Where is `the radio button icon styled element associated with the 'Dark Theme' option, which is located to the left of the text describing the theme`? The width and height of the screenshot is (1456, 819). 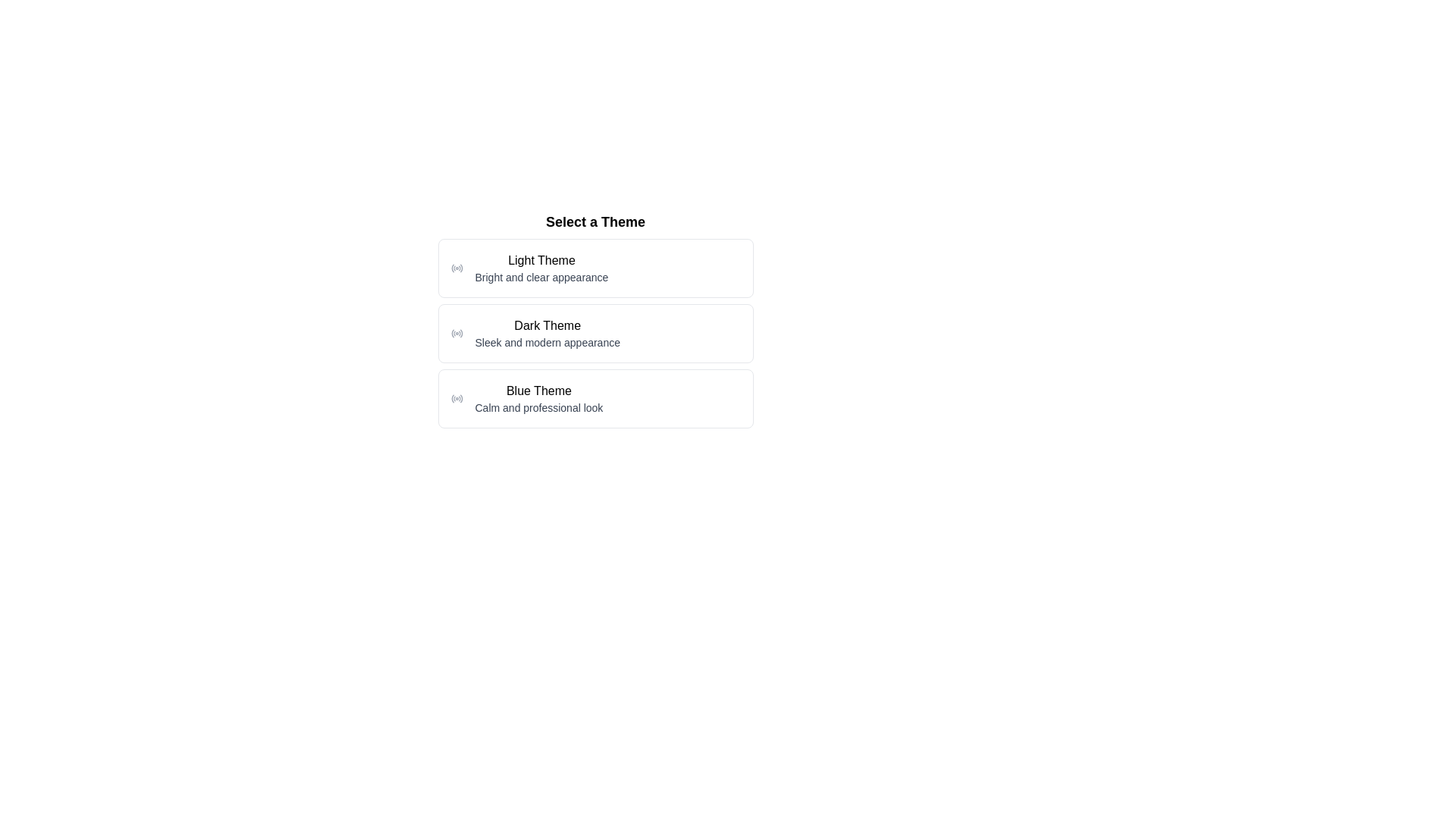
the radio button icon styled element associated with the 'Dark Theme' option, which is located to the left of the text describing the theme is located at coordinates (456, 332).